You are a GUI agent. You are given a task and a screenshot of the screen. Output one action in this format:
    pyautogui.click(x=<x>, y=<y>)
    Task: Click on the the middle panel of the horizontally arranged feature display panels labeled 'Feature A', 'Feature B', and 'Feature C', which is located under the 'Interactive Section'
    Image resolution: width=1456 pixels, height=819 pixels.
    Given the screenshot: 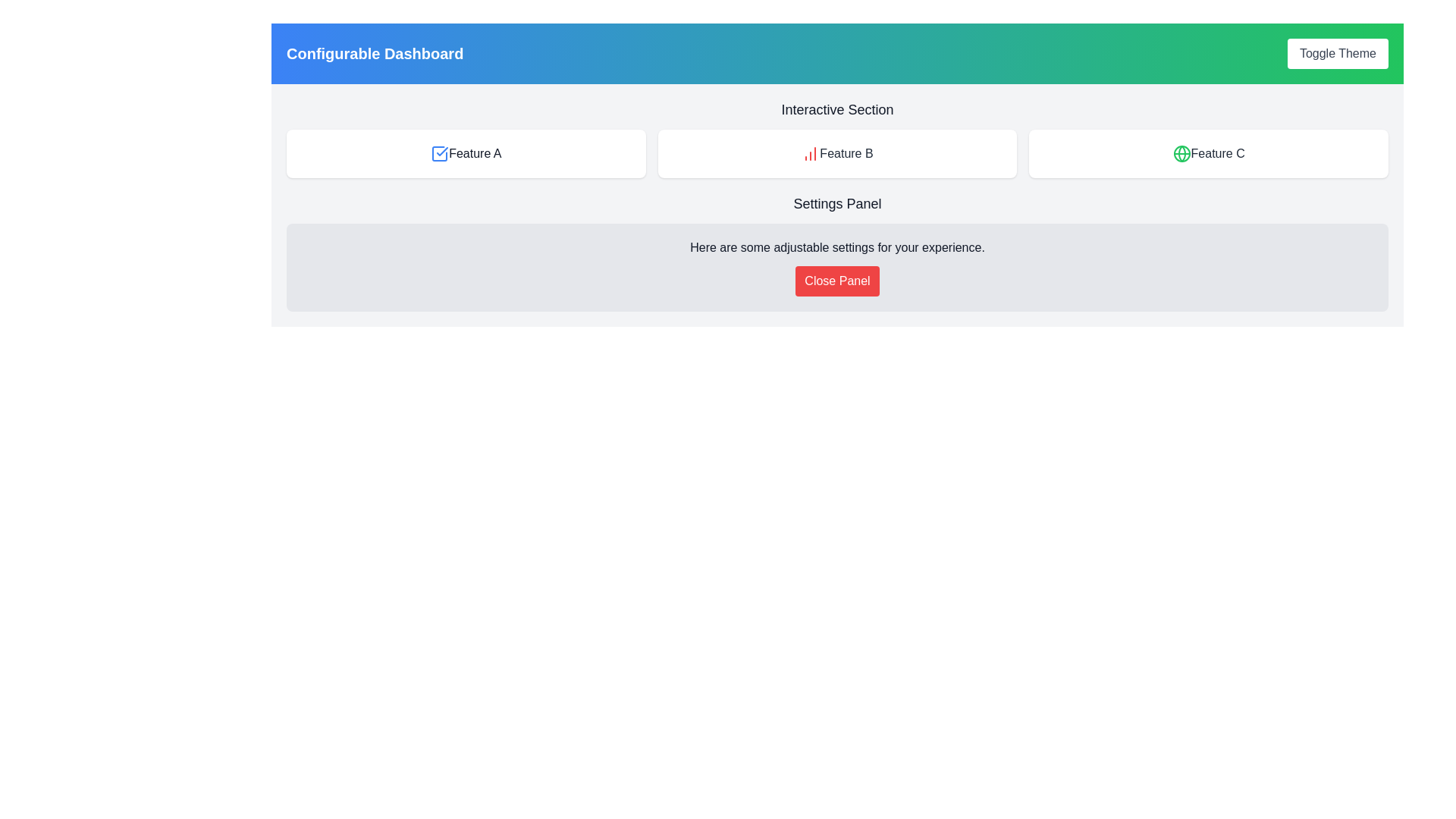 What is the action you would take?
    pyautogui.click(x=836, y=154)
    